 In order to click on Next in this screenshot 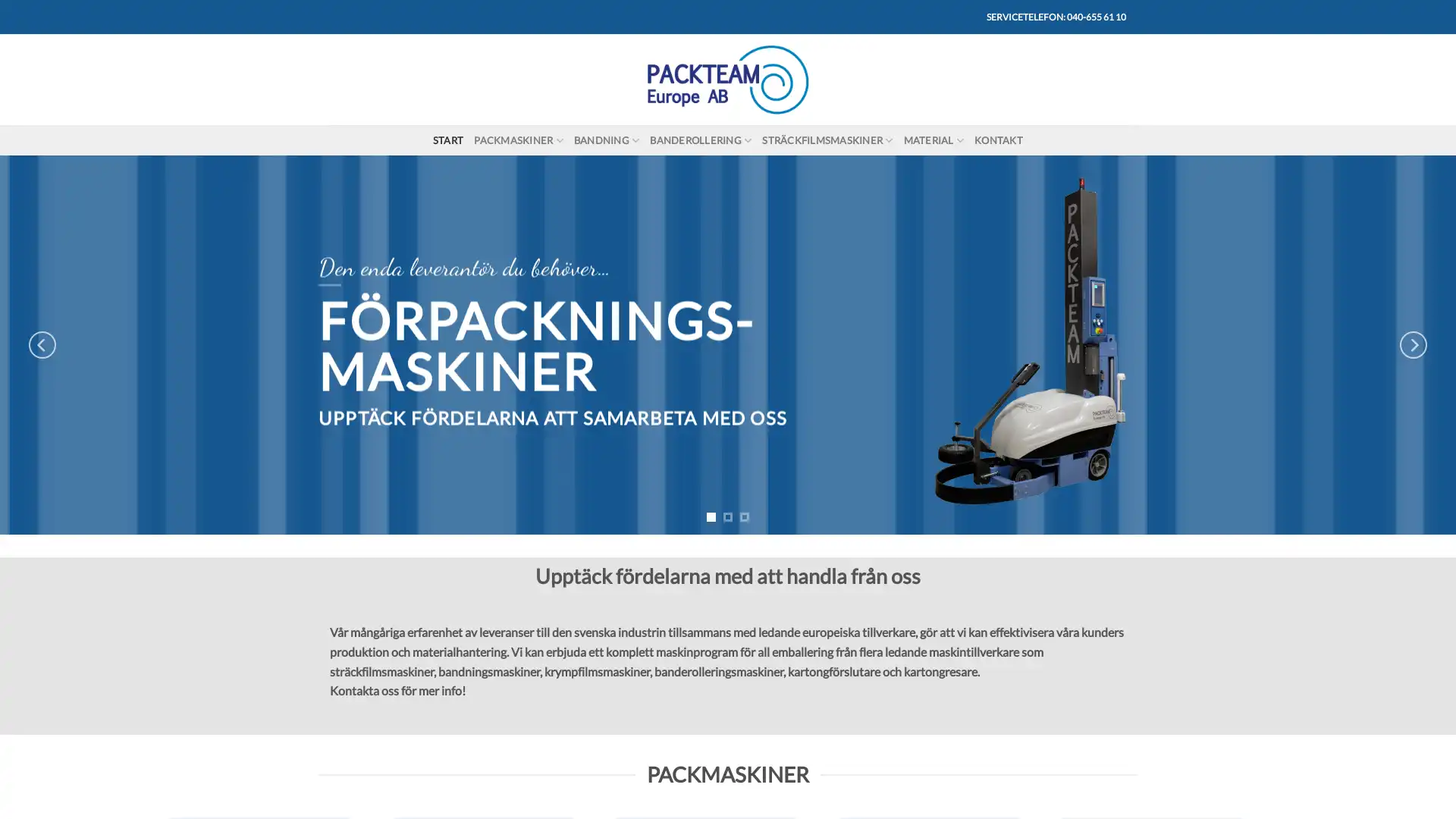, I will do `click(1123, 570)`.